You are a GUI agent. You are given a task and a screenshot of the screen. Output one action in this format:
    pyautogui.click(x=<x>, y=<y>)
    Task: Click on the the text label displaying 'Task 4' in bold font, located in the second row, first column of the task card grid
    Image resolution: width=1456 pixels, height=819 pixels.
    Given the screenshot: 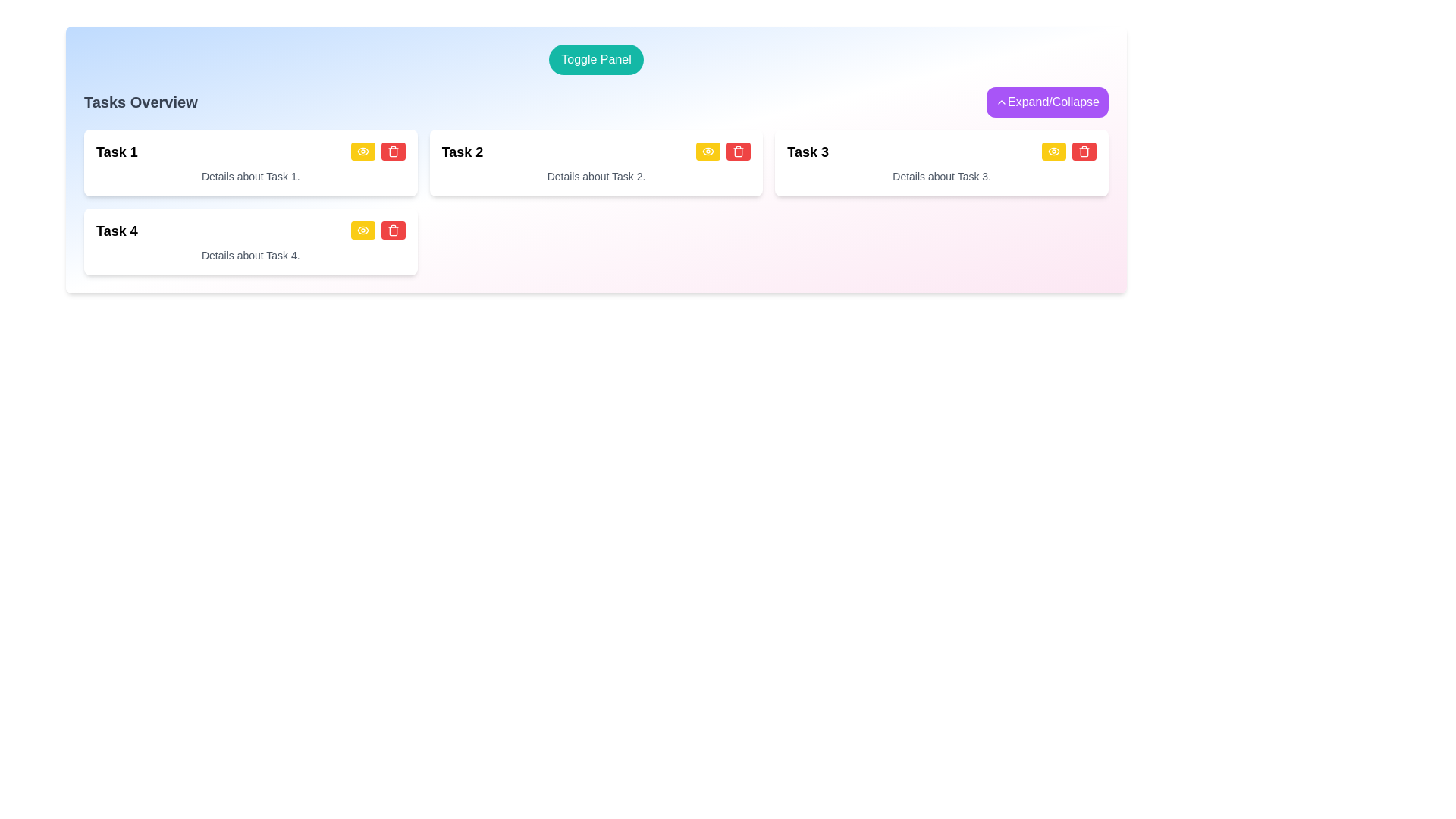 What is the action you would take?
    pyautogui.click(x=116, y=231)
    